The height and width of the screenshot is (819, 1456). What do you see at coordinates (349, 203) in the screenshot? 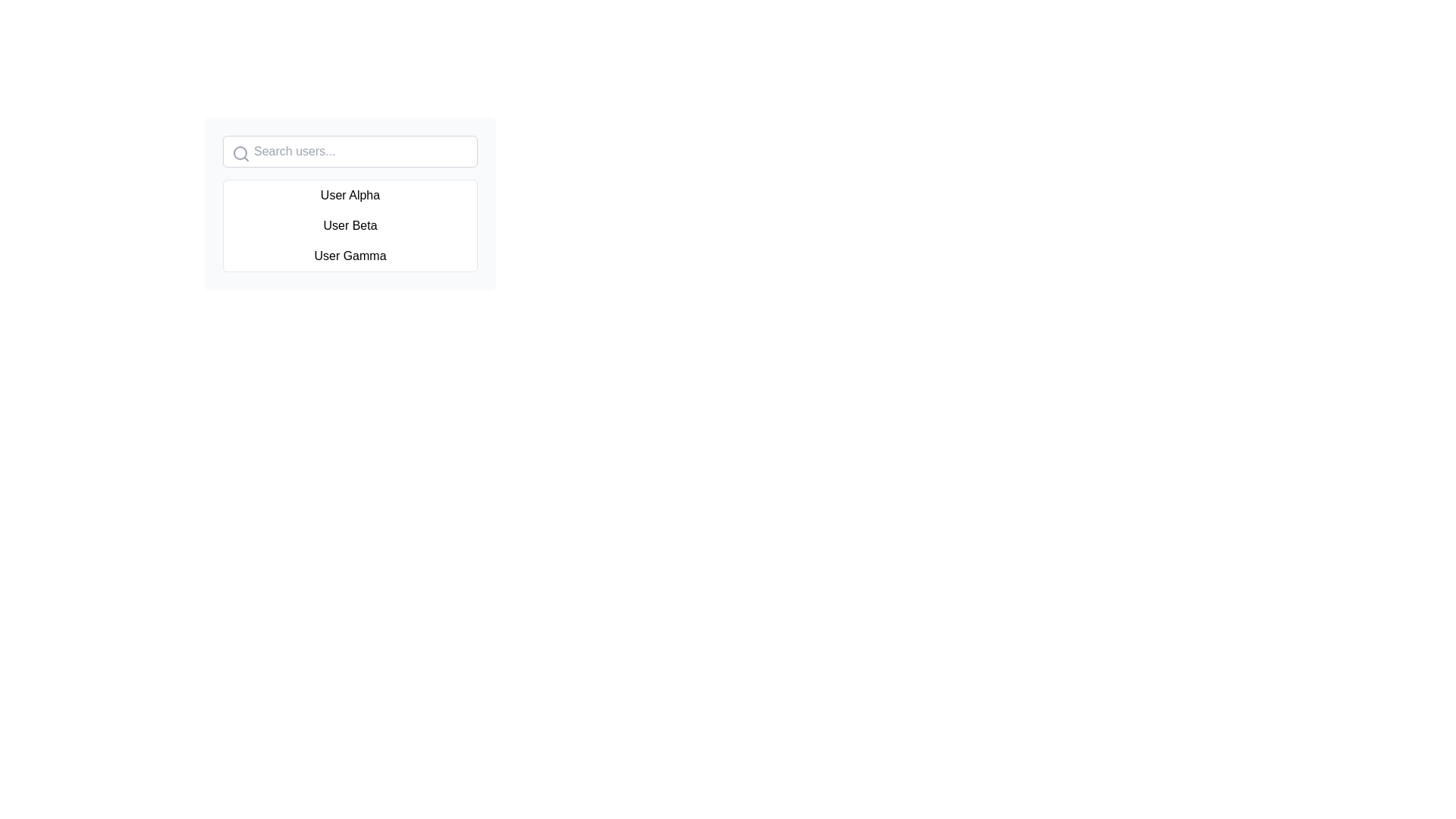
I see `to select the list item labeled 'User Alpha', which is the first item in a vertically aligned list below the 'Search users...' input field` at bounding box center [349, 203].